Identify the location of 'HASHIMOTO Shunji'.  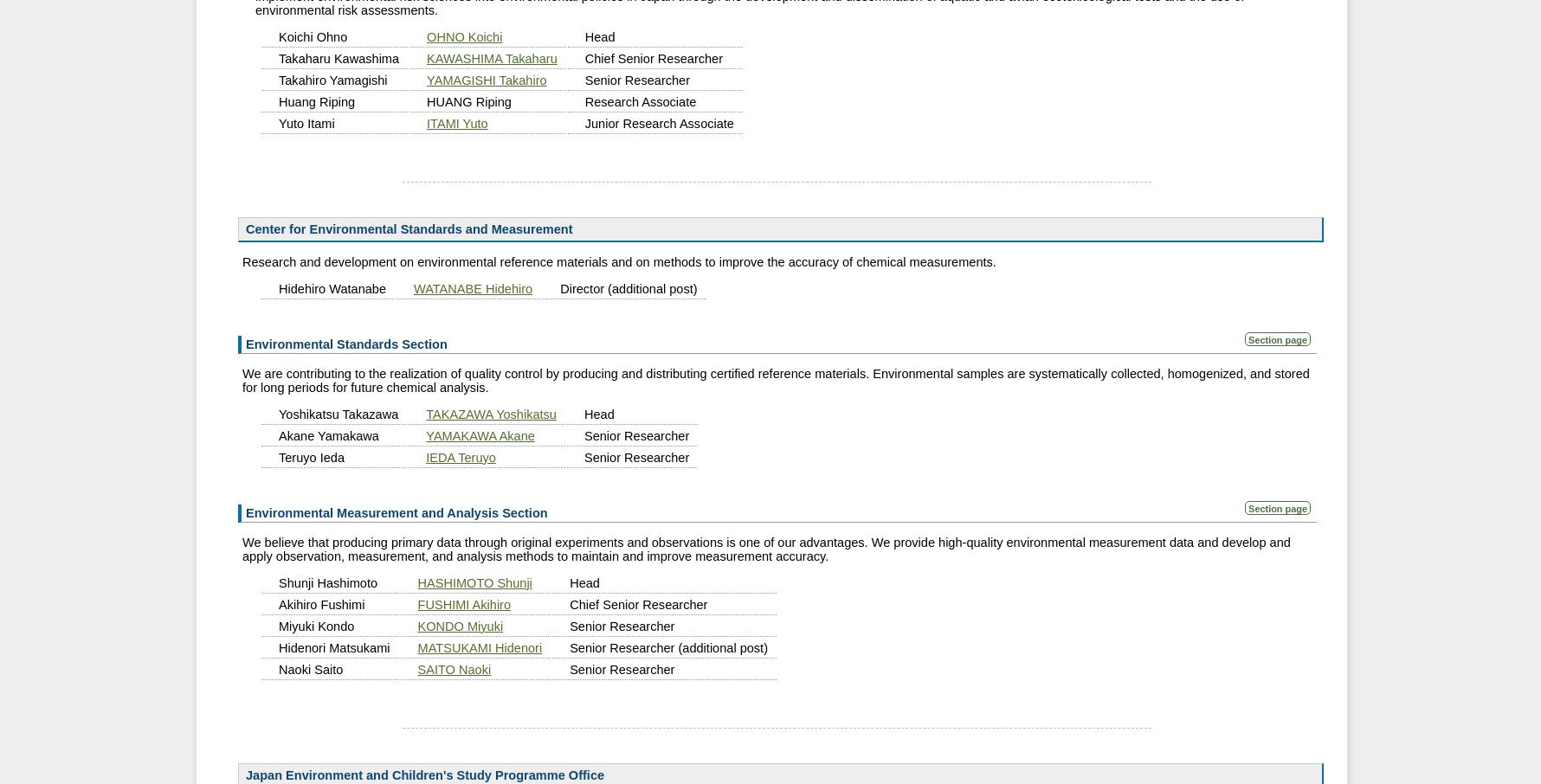
(474, 581).